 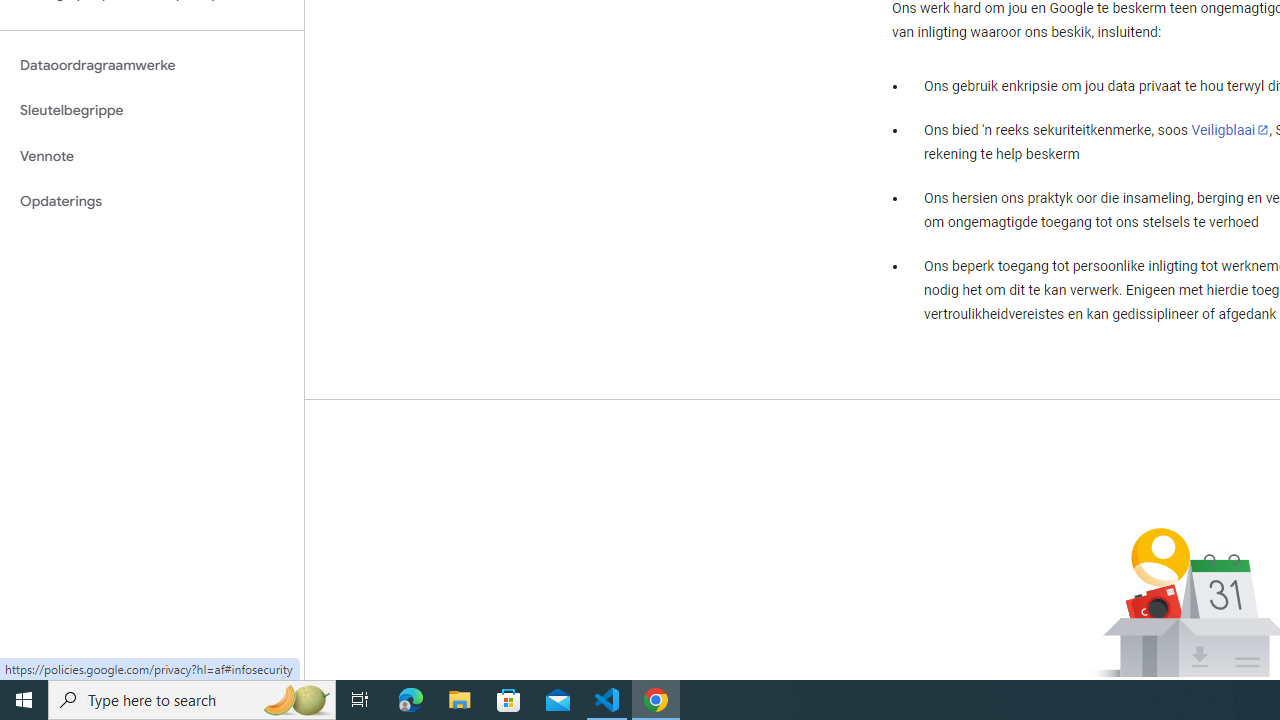 I want to click on 'Sleutelbegrippe', so click(x=151, y=110).